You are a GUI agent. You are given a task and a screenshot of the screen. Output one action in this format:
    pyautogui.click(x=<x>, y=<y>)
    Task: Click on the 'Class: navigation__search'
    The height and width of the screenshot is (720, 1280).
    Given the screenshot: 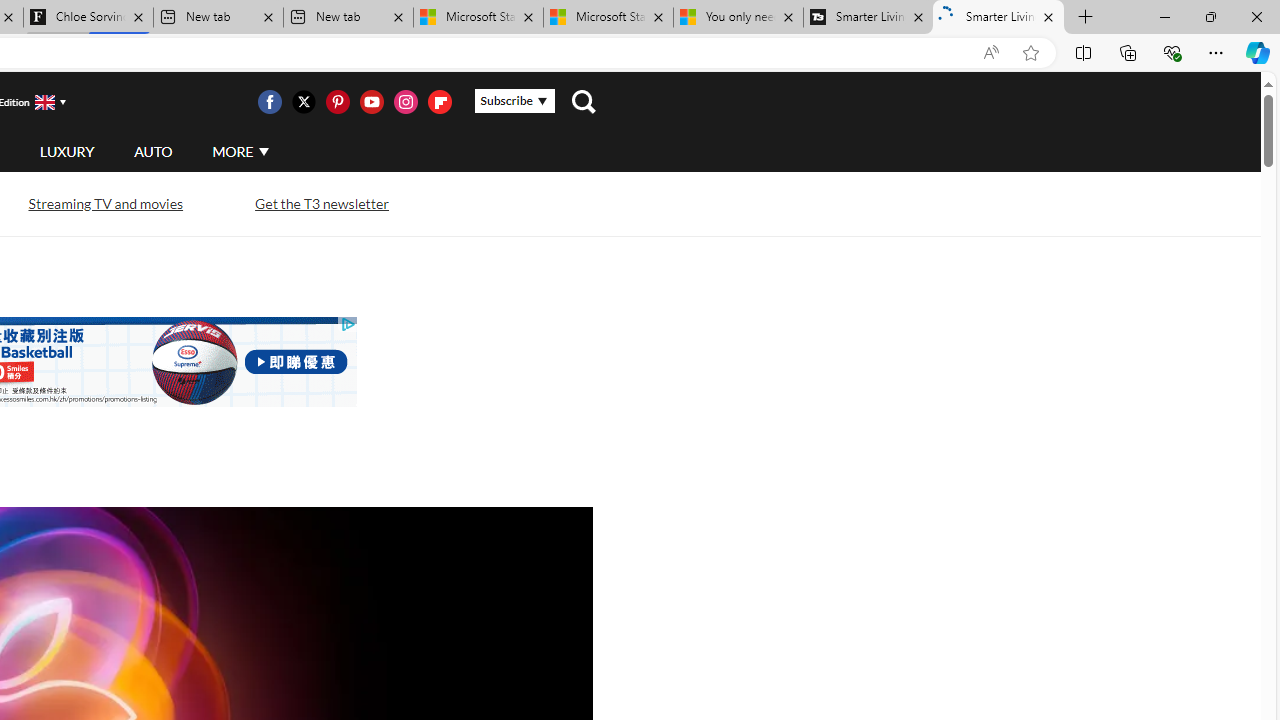 What is the action you would take?
    pyautogui.click(x=582, y=101)
    